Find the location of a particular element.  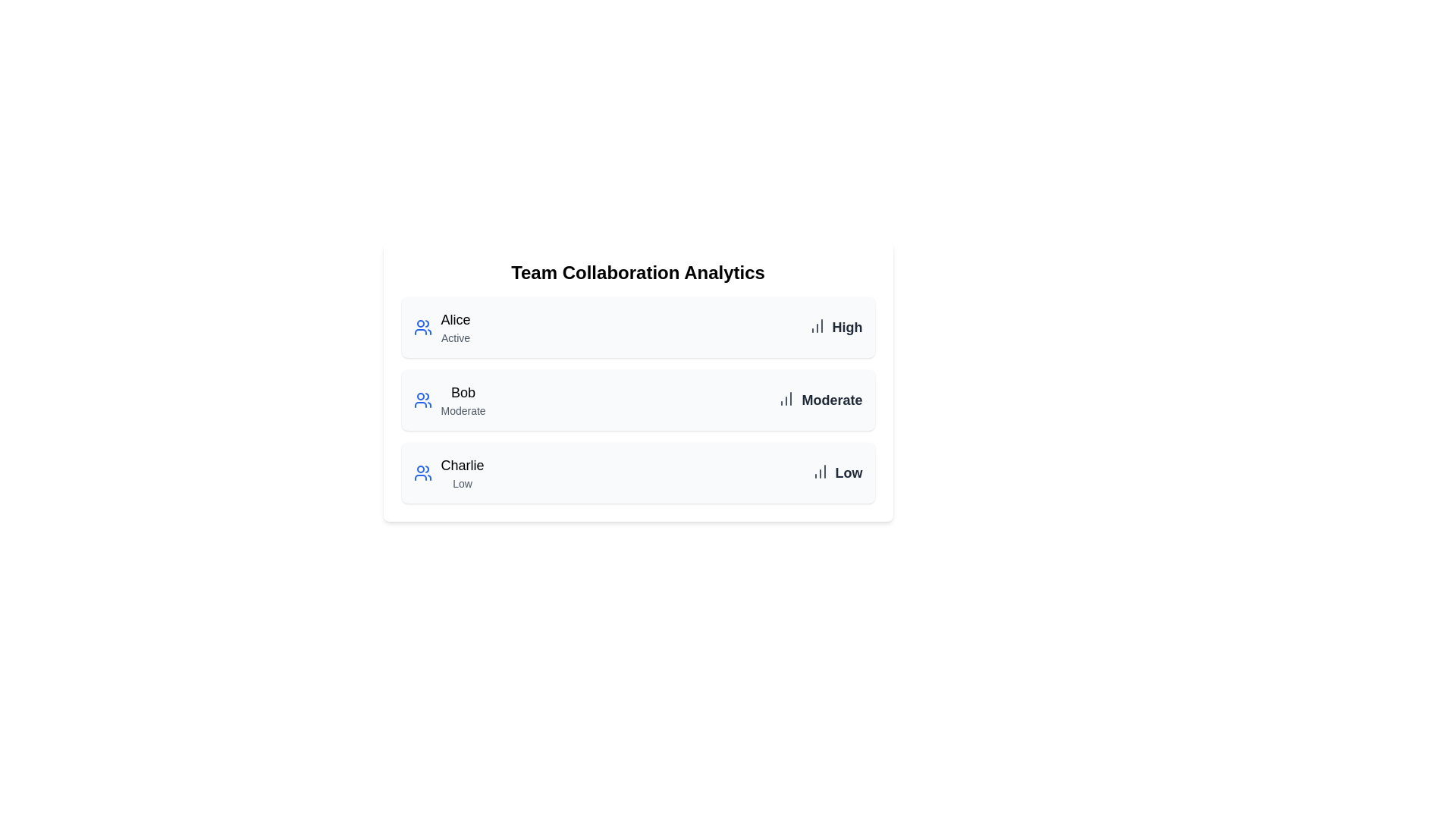

the activity status text for Bob is located at coordinates (463, 411).